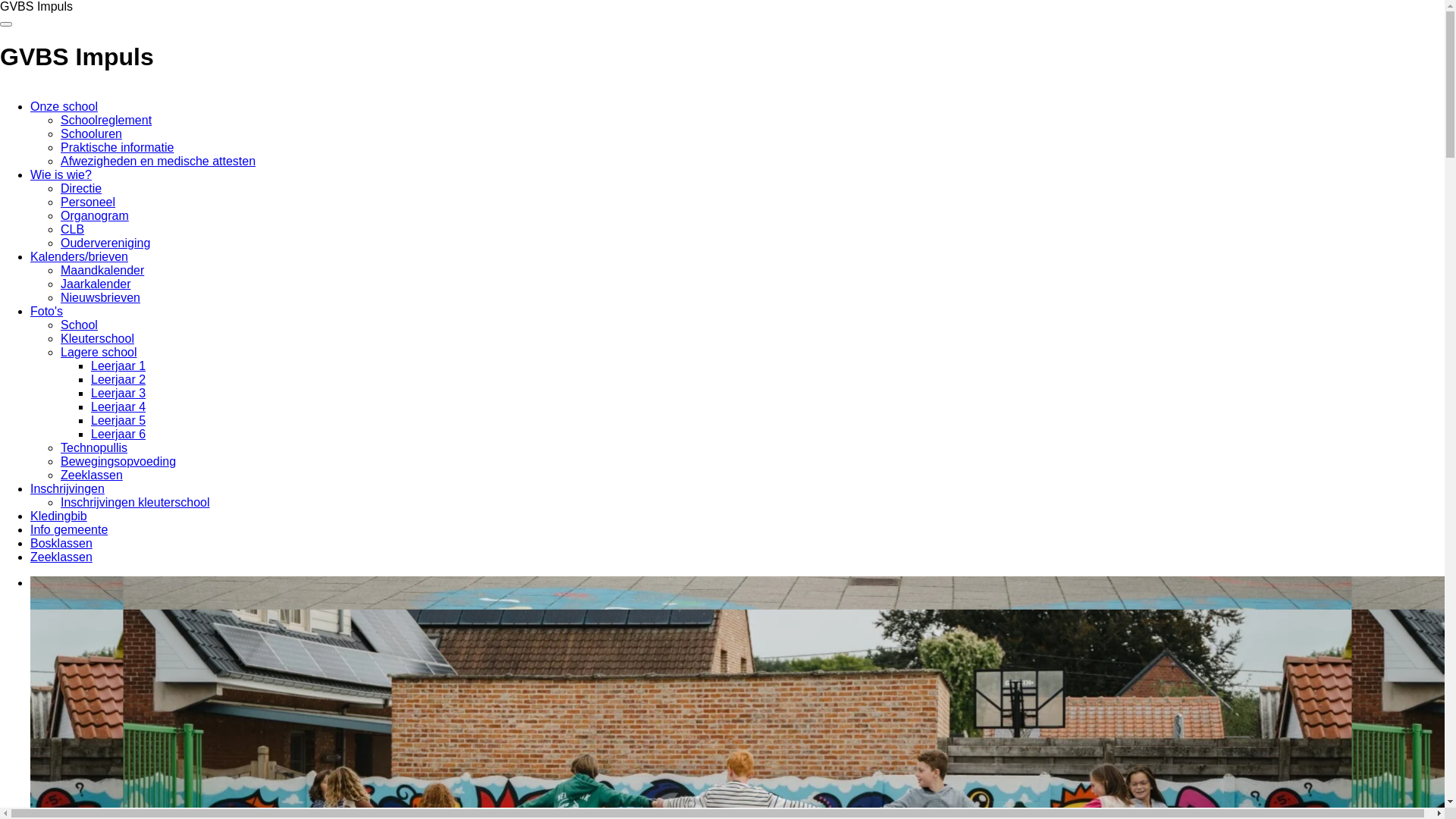 The image size is (1456, 819). What do you see at coordinates (61, 297) in the screenshot?
I see `'Nieuwsbrieven'` at bounding box center [61, 297].